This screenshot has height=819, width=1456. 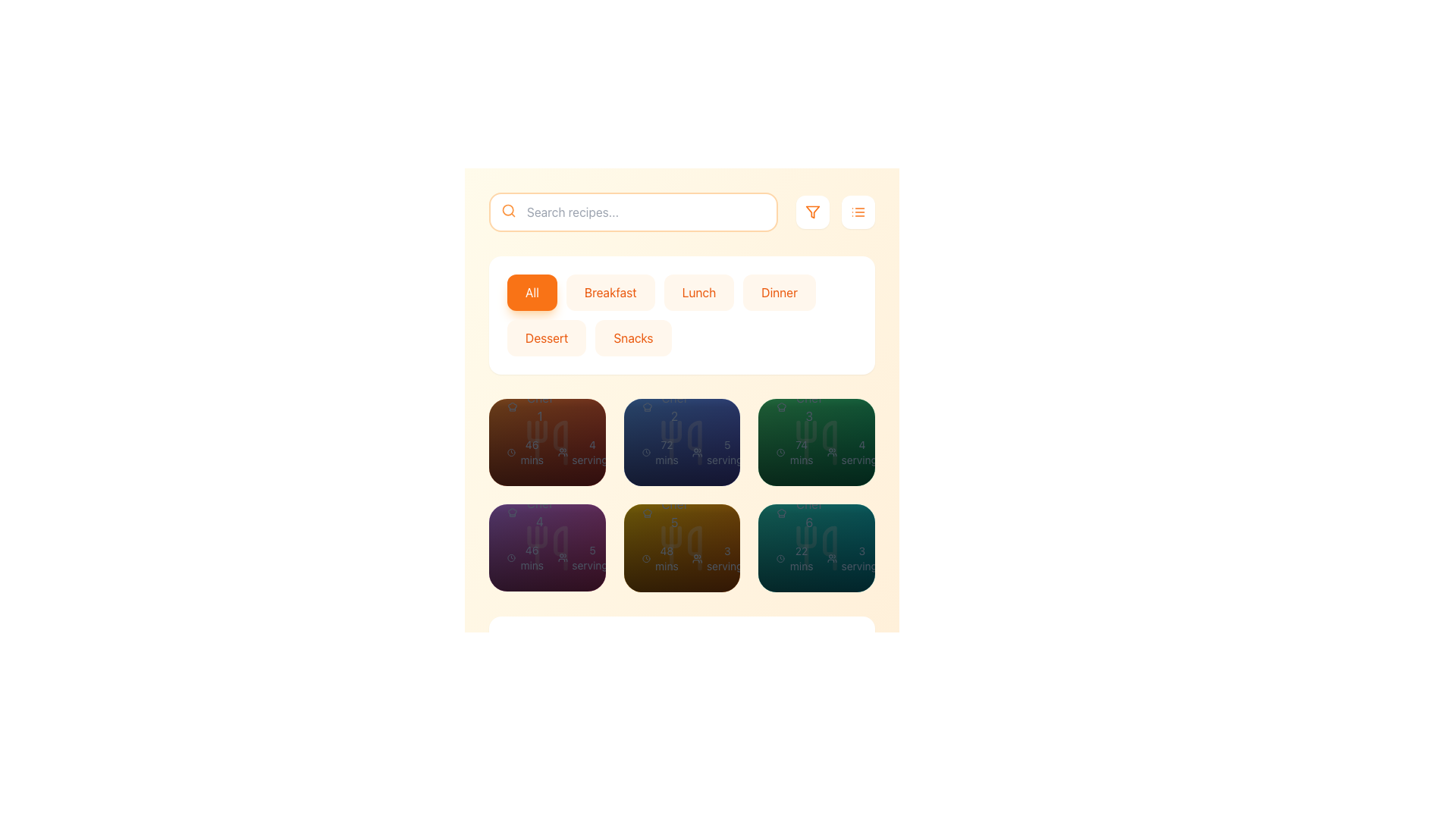 What do you see at coordinates (787, 452) in the screenshot?
I see `the 'Medium' difficulty level text label, which indicates the recipe's difficulty and is located in the third column of the second row of a grid layout, at the end of a text group that includes '72 mins' and '5 servings'` at bounding box center [787, 452].